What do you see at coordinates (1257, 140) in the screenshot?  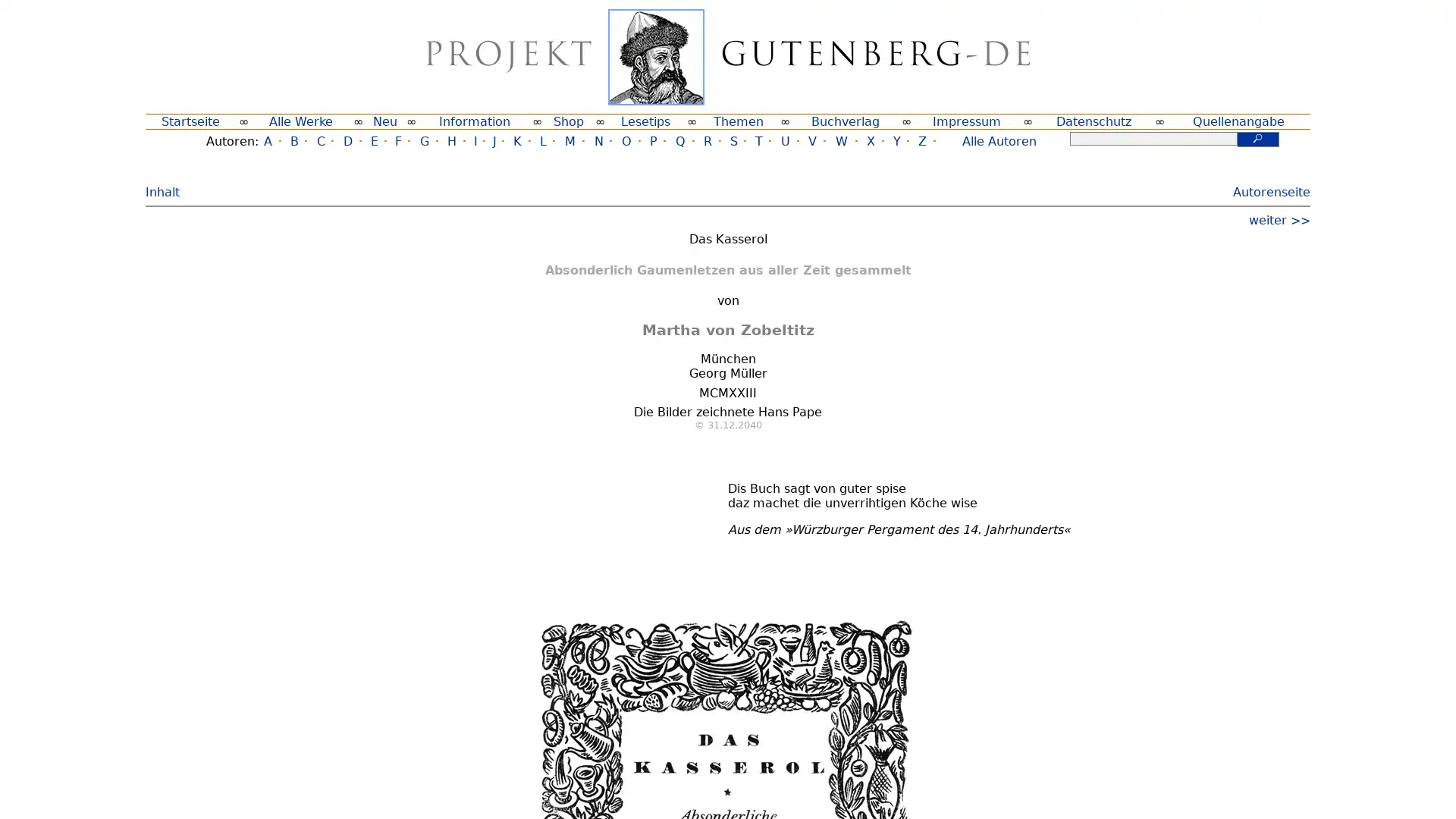 I see `Suchen` at bounding box center [1257, 140].